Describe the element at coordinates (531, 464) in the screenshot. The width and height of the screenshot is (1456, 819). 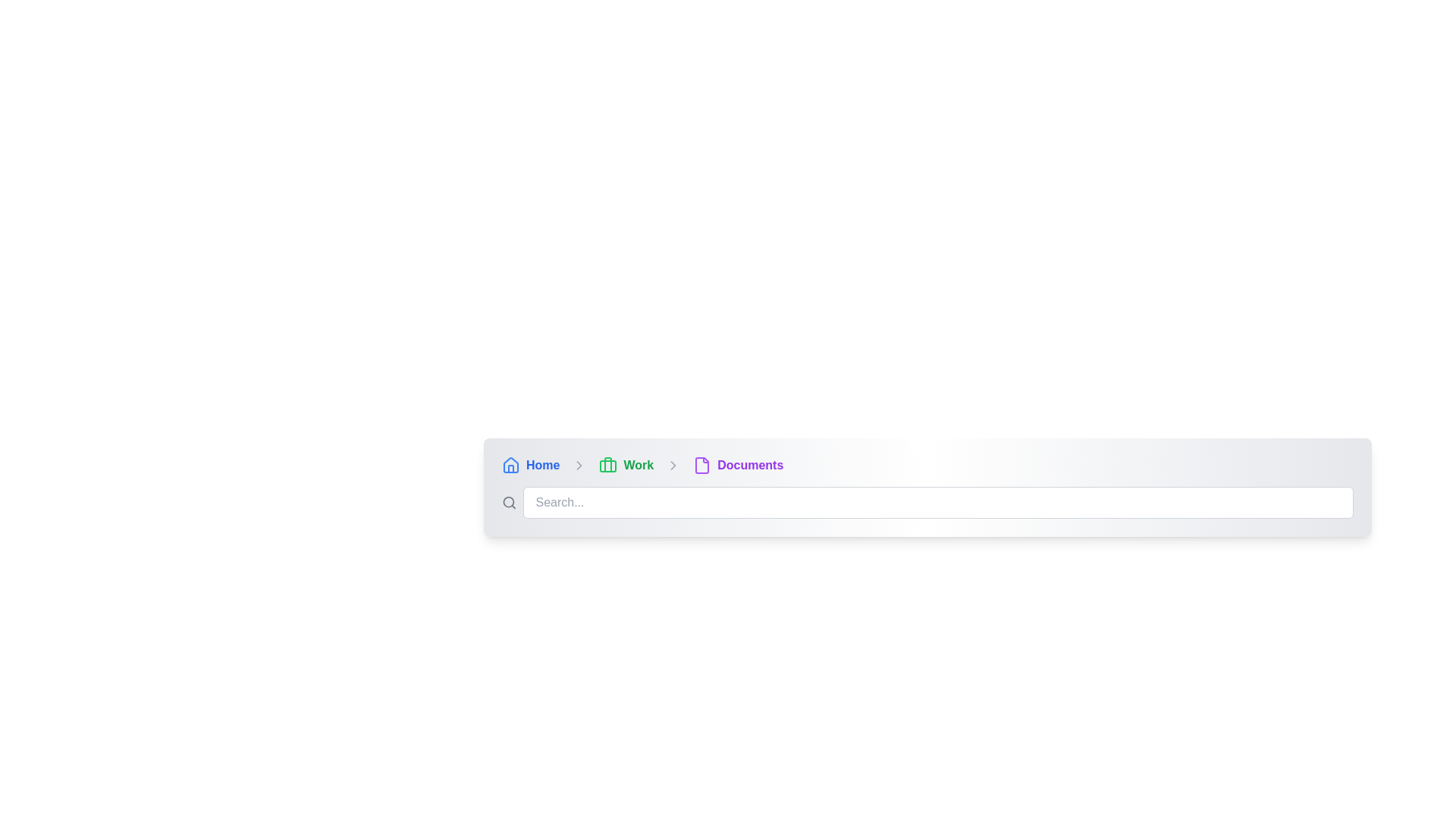
I see `the breadcrumb link labeled 'Home' with a blue font and a house-shaped icon` at that location.